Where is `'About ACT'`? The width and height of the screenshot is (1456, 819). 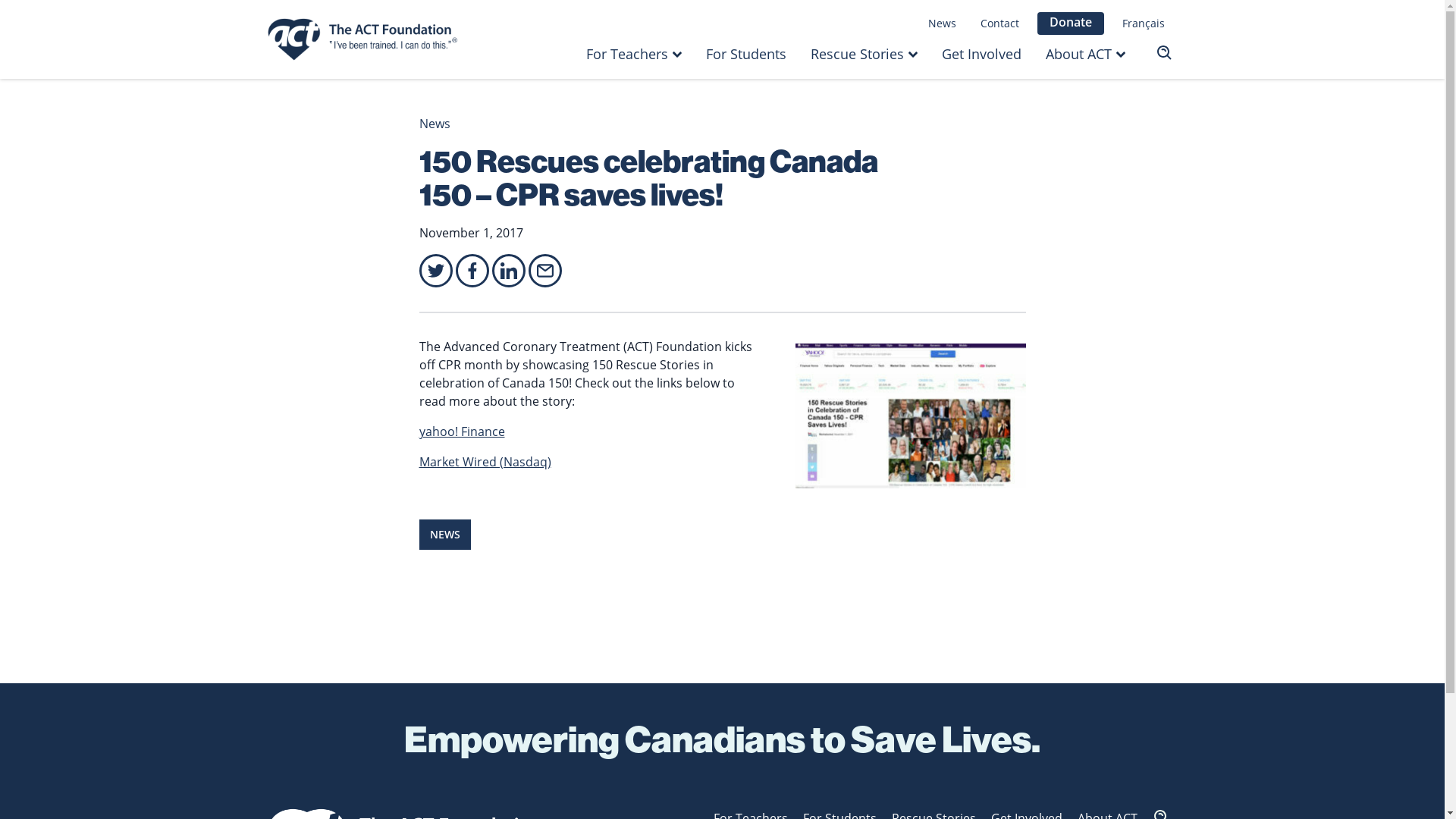 'About ACT' is located at coordinates (1078, 52).